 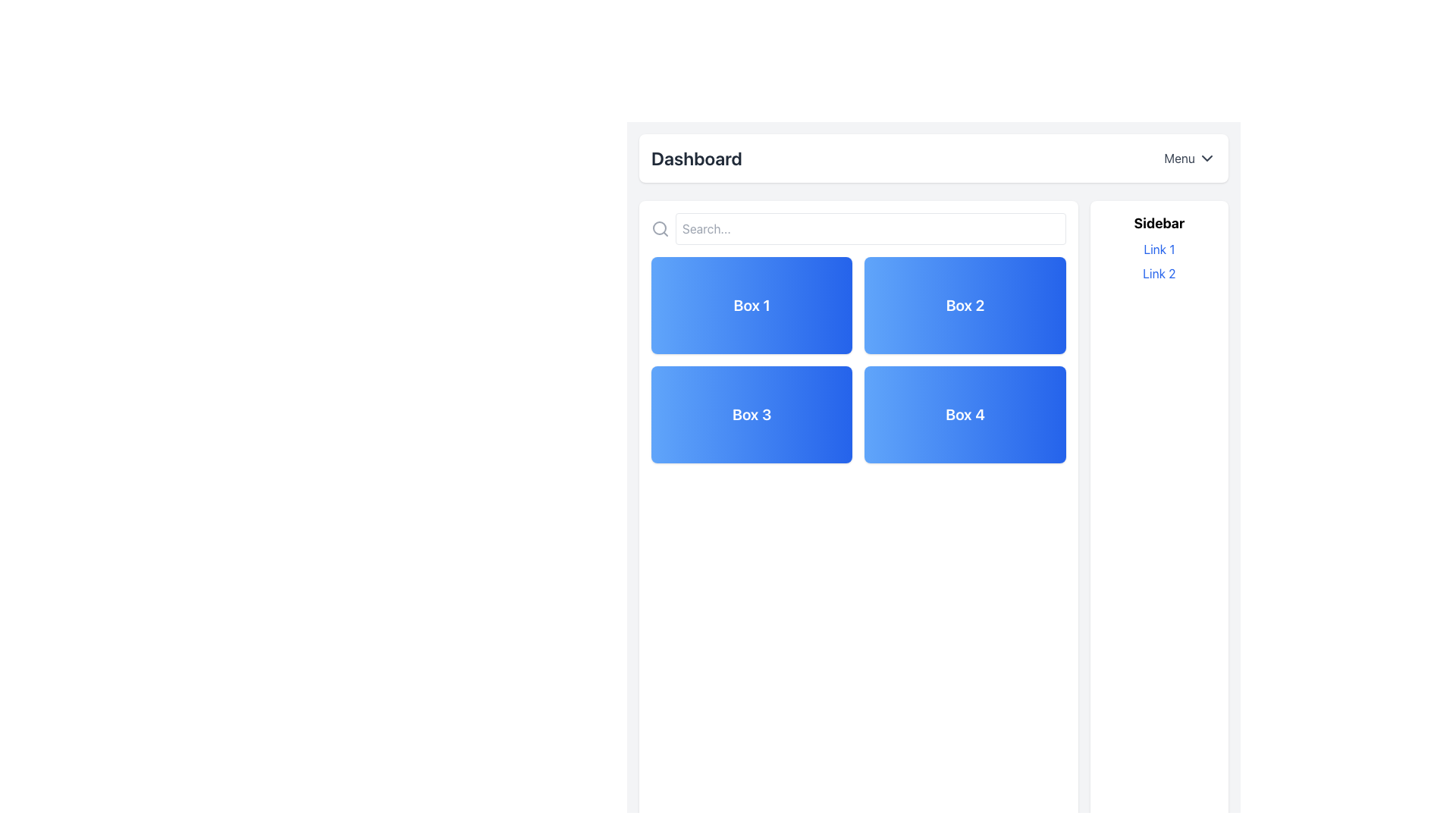 I want to click on the rectangular UI element with a gradient blue background and the text 'Box 2' in a large, bold font, located in the top-right corner of the 2x2 grid, so click(x=965, y=305).